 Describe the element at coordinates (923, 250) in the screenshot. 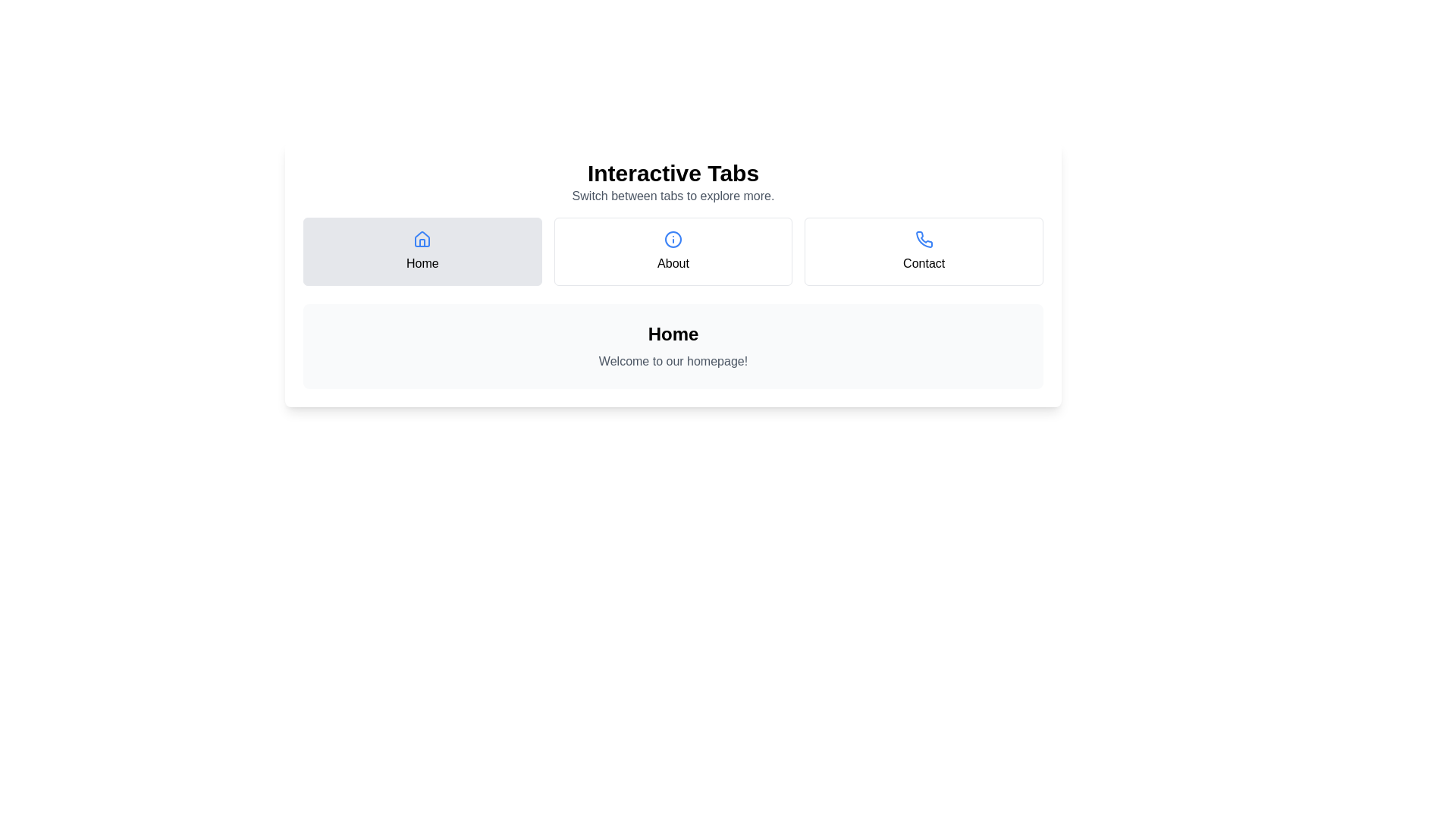

I see `the Contact tab by clicking on it` at that location.